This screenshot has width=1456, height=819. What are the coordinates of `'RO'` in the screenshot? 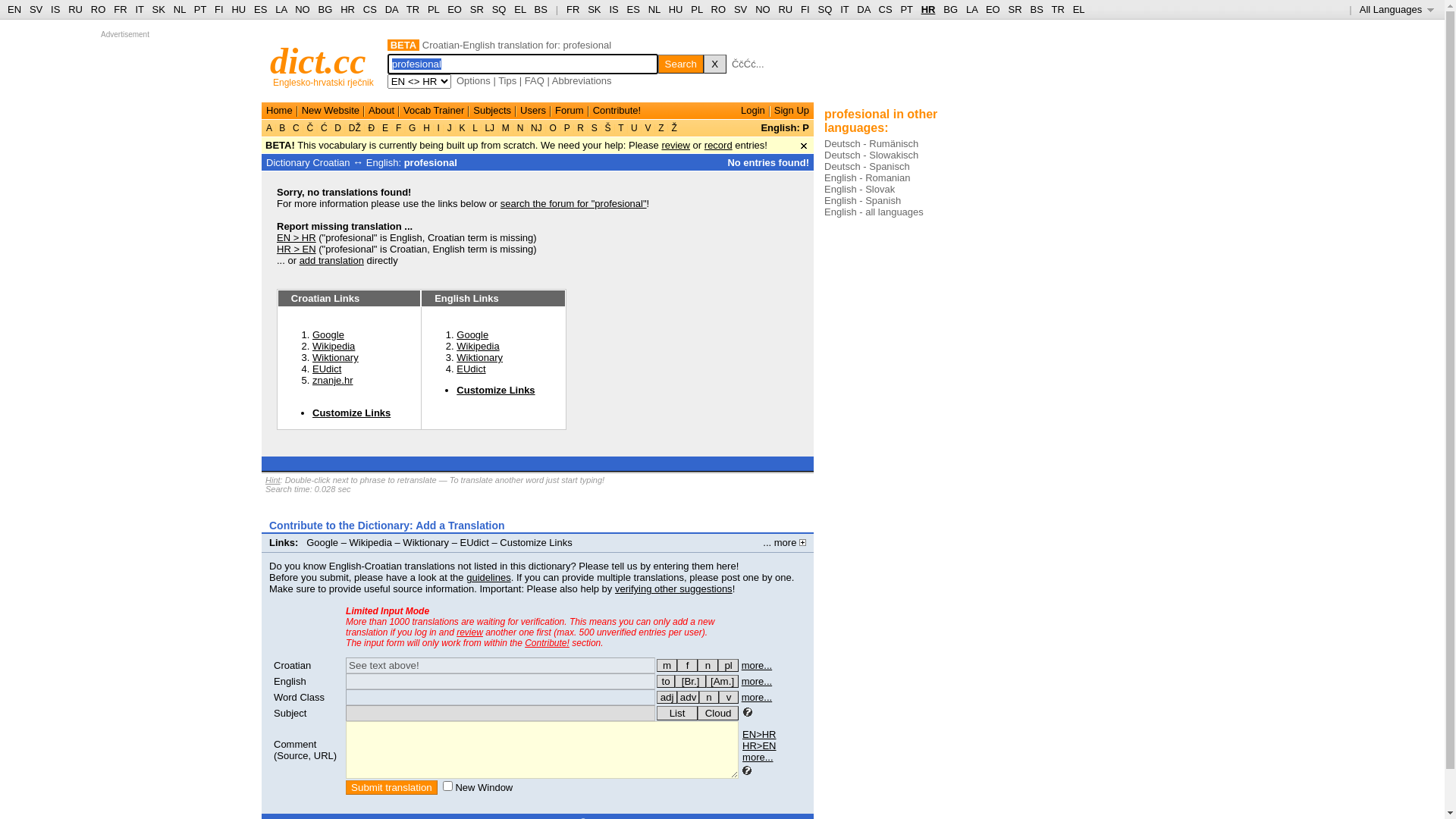 It's located at (97, 9).